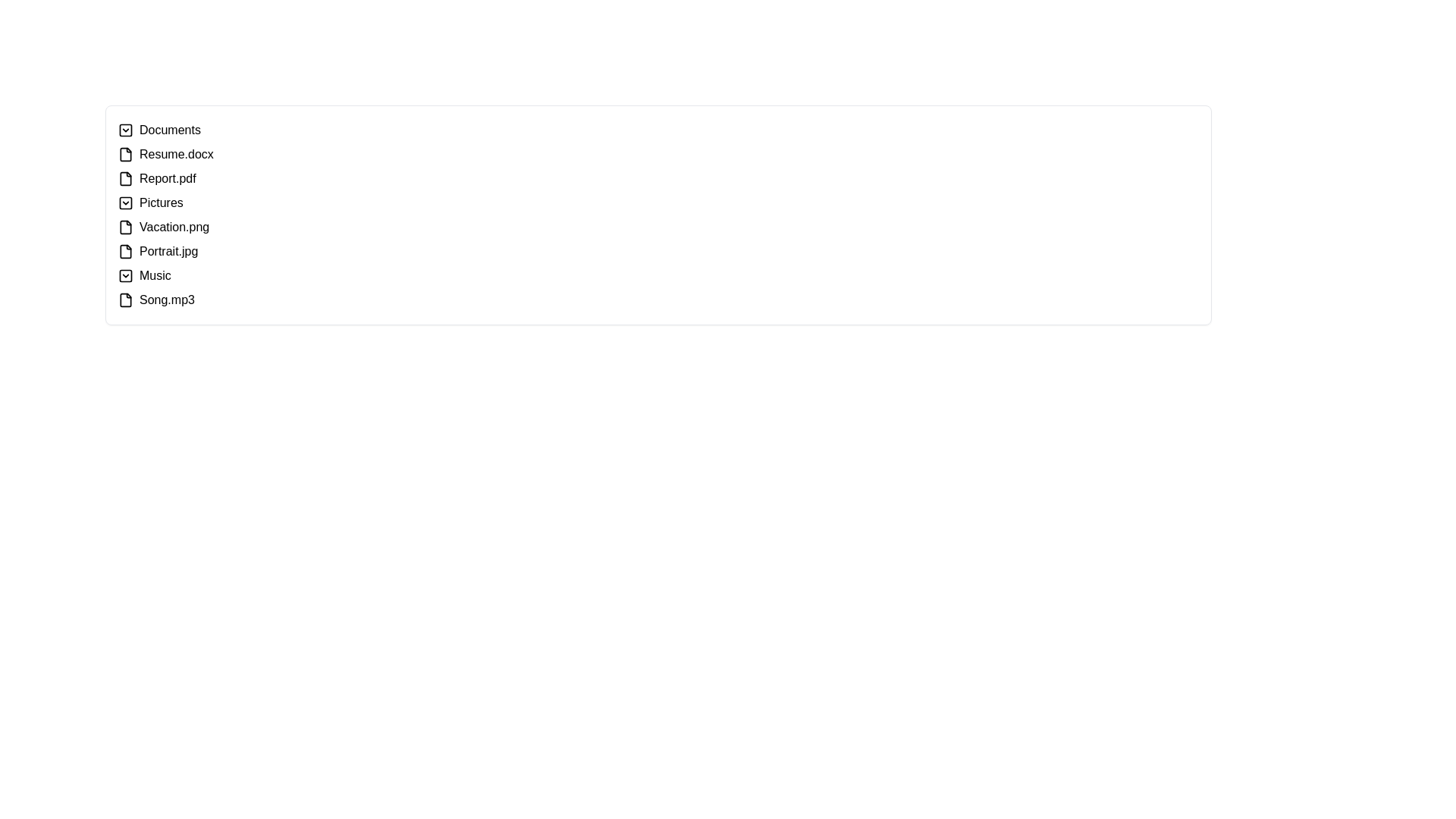  I want to click on the text label displaying the file name 'Vacation.png', so click(174, 227).